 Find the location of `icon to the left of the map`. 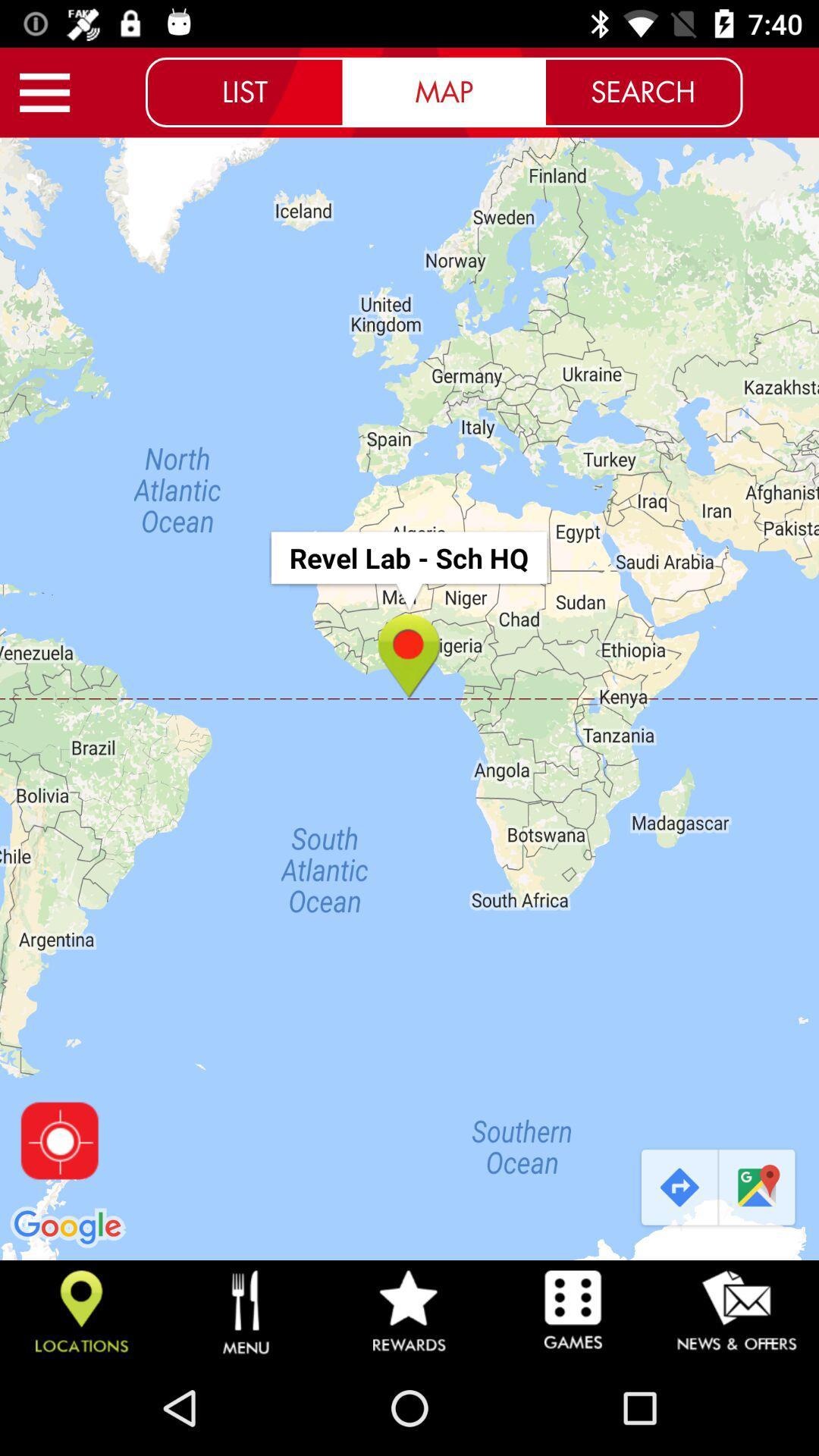

icon to the left of the map is located at coordinates (244, 91).